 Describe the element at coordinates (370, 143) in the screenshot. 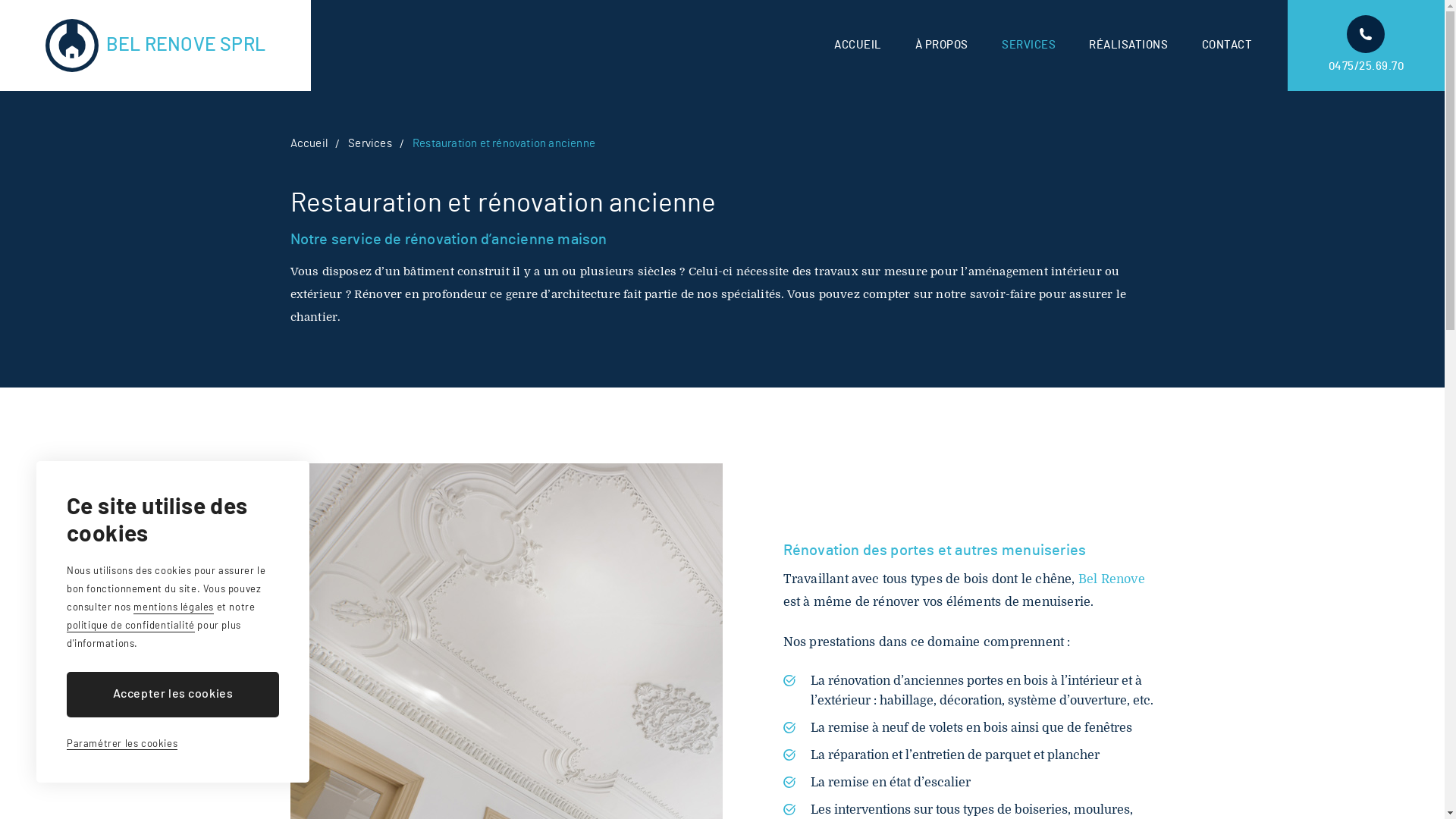

I see `'Services'` at that location.